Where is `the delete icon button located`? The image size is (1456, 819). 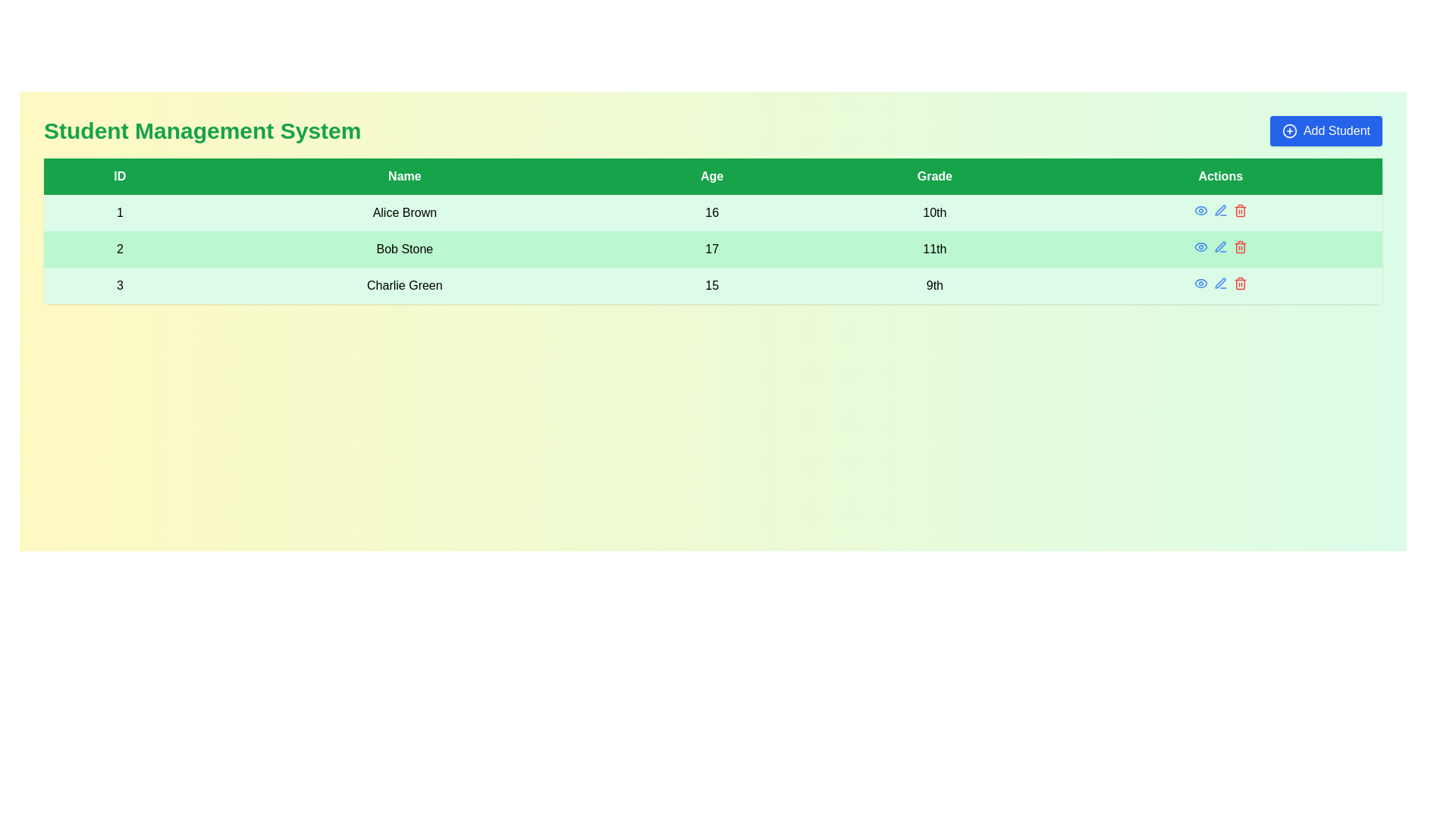
the delete icon button located is located at coordinates (1240, 246).